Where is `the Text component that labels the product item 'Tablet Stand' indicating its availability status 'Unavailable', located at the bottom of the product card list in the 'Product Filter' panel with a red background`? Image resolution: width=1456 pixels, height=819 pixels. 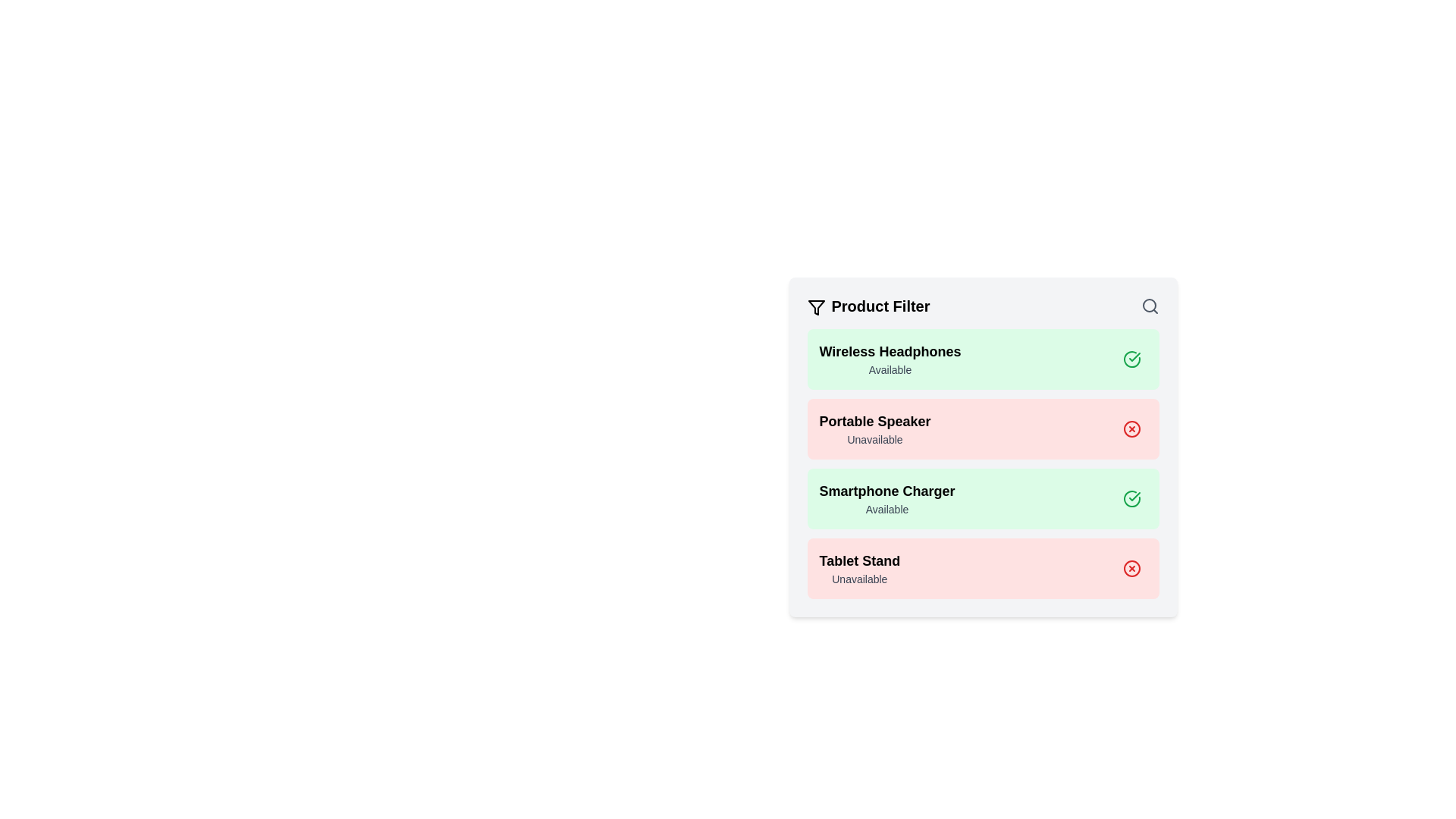 the Text component that labels the product item 'Tablet Stand' indicating its availability status 'Unavailable', located at the bottom of the product card list in the 'Product Filter' panel with a red background is located at coordinates (859, 568).